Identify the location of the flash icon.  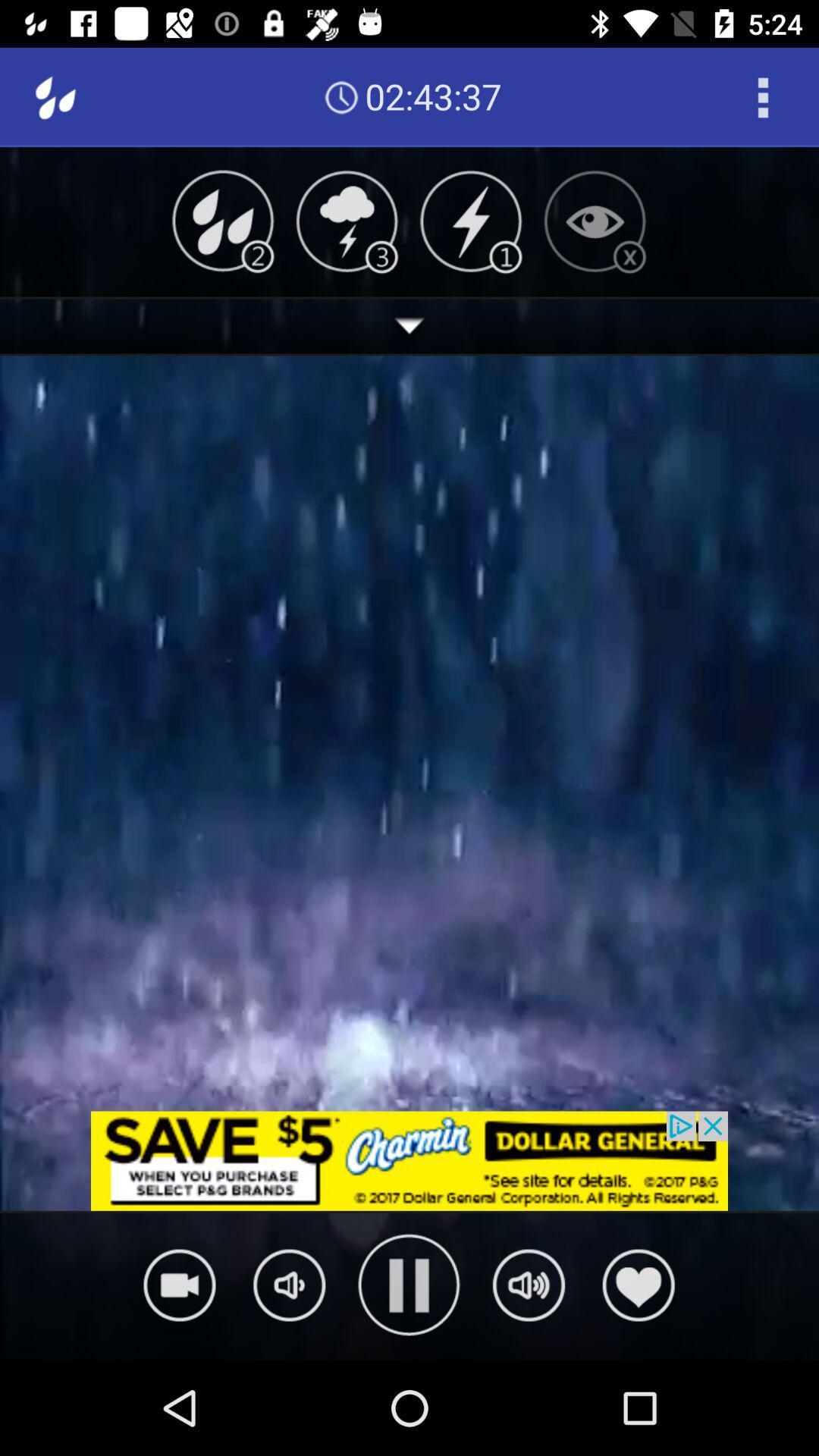
(470, 221).